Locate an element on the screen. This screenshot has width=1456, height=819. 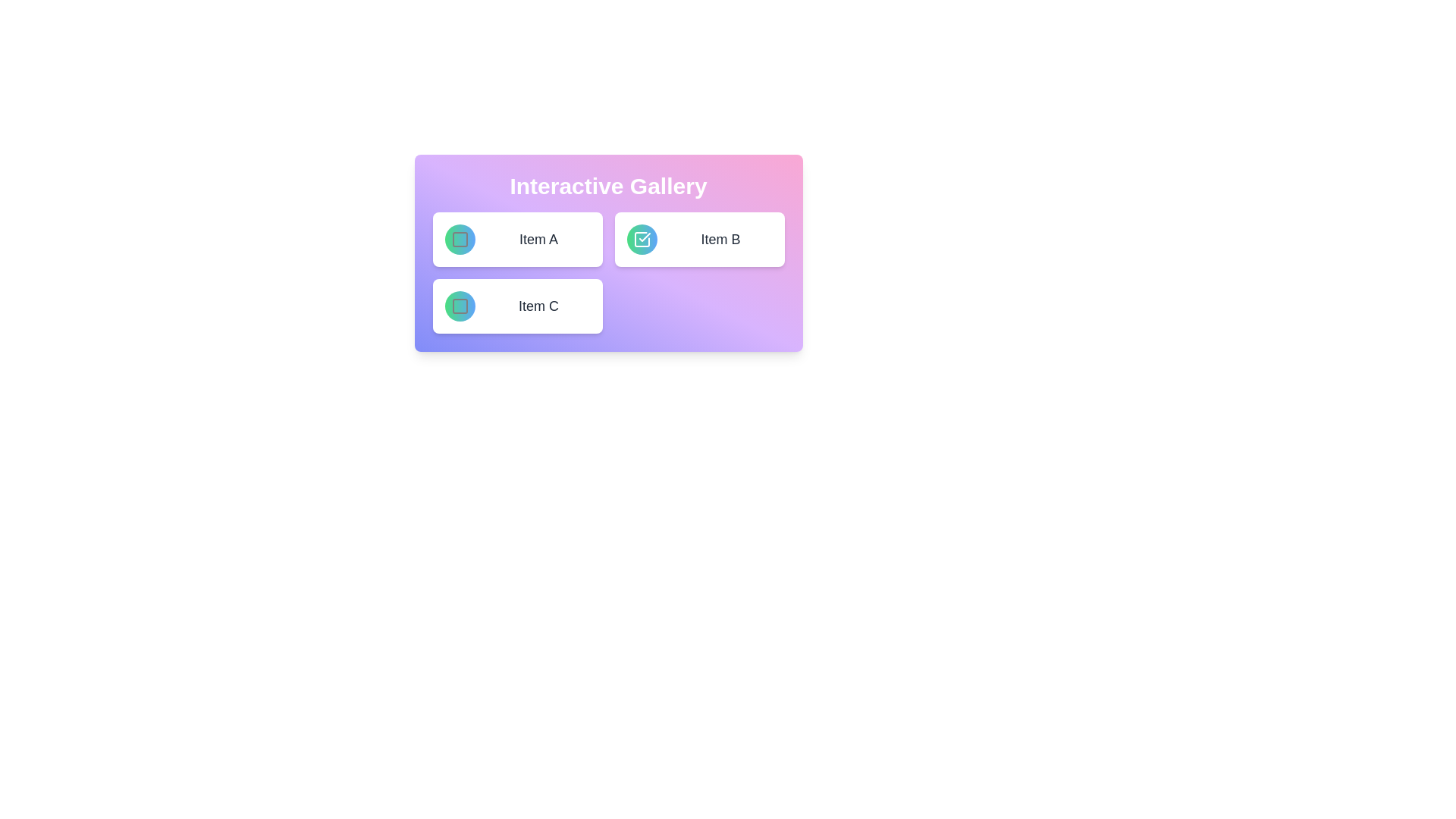
the first Display card in the Interactive Gallery, which has a white background, rounded corners, a circular gradient icon on the left, and the text 'Item A' on the right is located at coordinates (517, 239).